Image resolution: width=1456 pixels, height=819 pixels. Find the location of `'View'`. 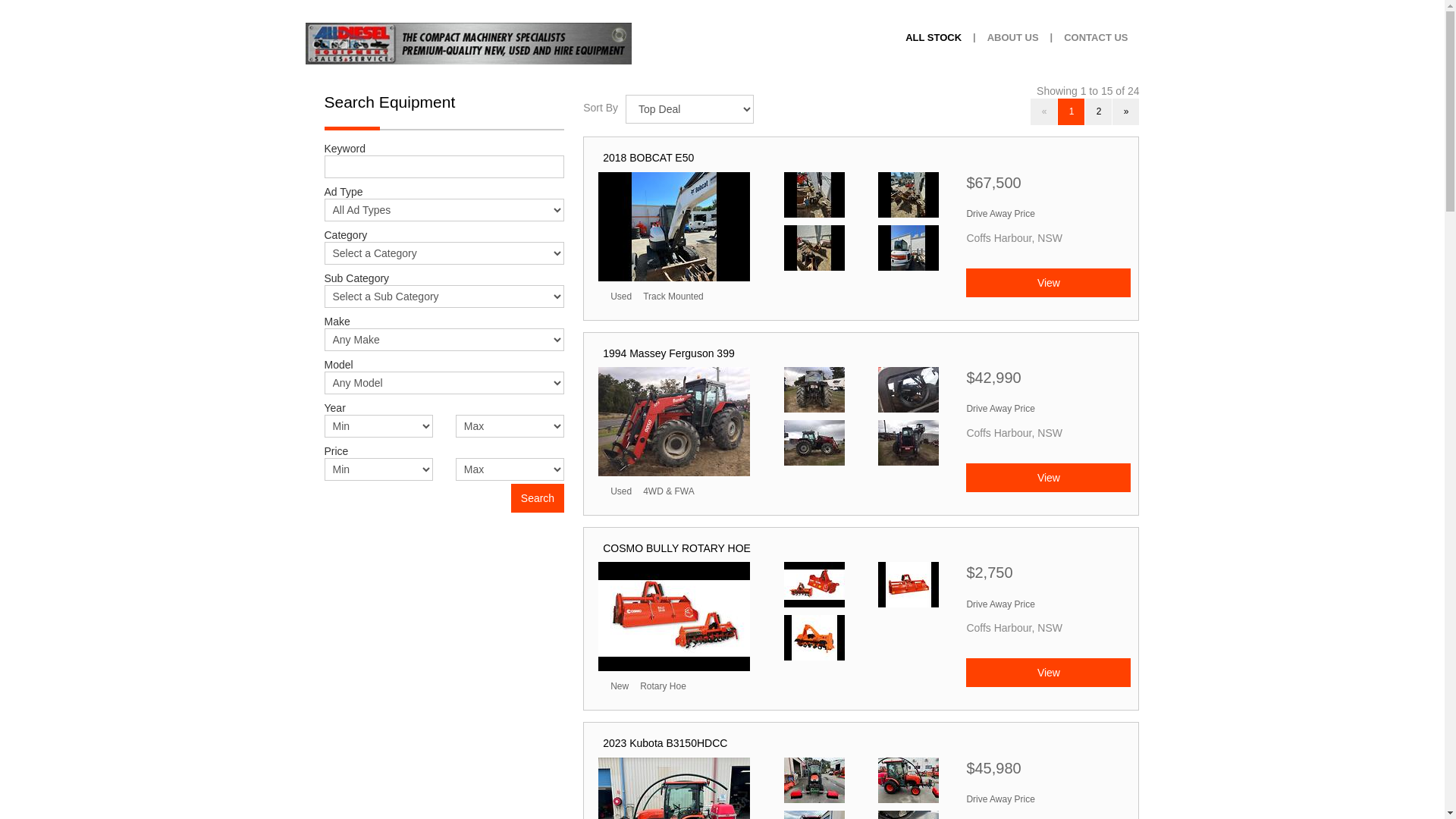

'View' is located at coordinates (1047, 283).